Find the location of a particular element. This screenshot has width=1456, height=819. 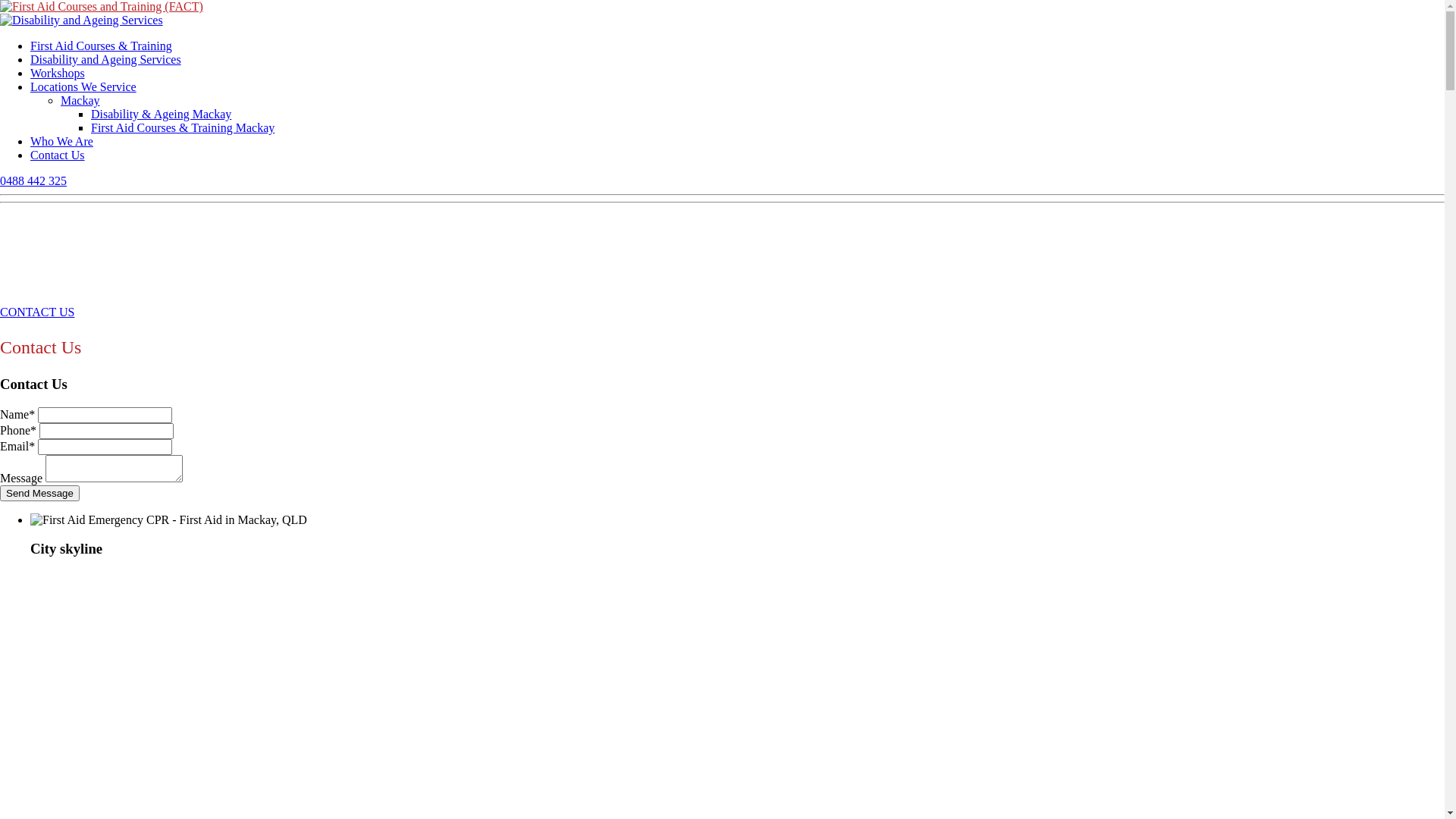

'Locations We Service' is located at coordinates (30, 86).